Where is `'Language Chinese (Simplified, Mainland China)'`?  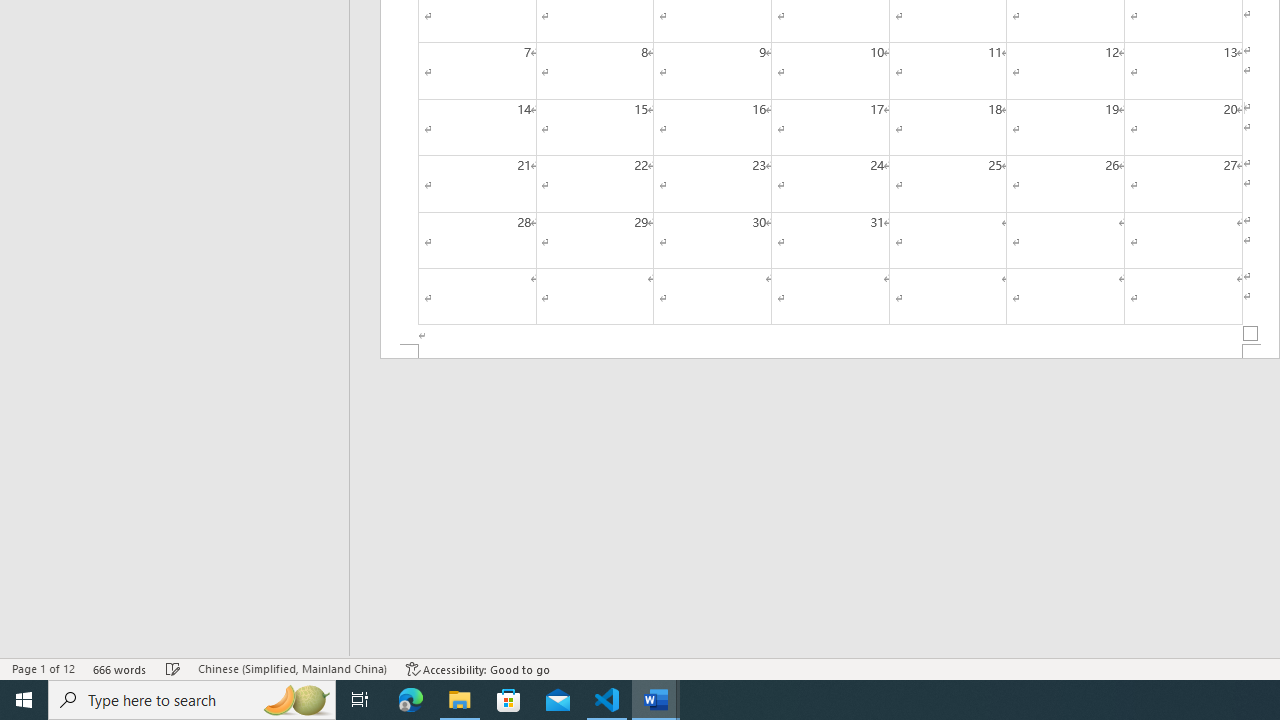
'Language Chinese (Simplified, Mainland China)' is located at coordinates (291, 669).